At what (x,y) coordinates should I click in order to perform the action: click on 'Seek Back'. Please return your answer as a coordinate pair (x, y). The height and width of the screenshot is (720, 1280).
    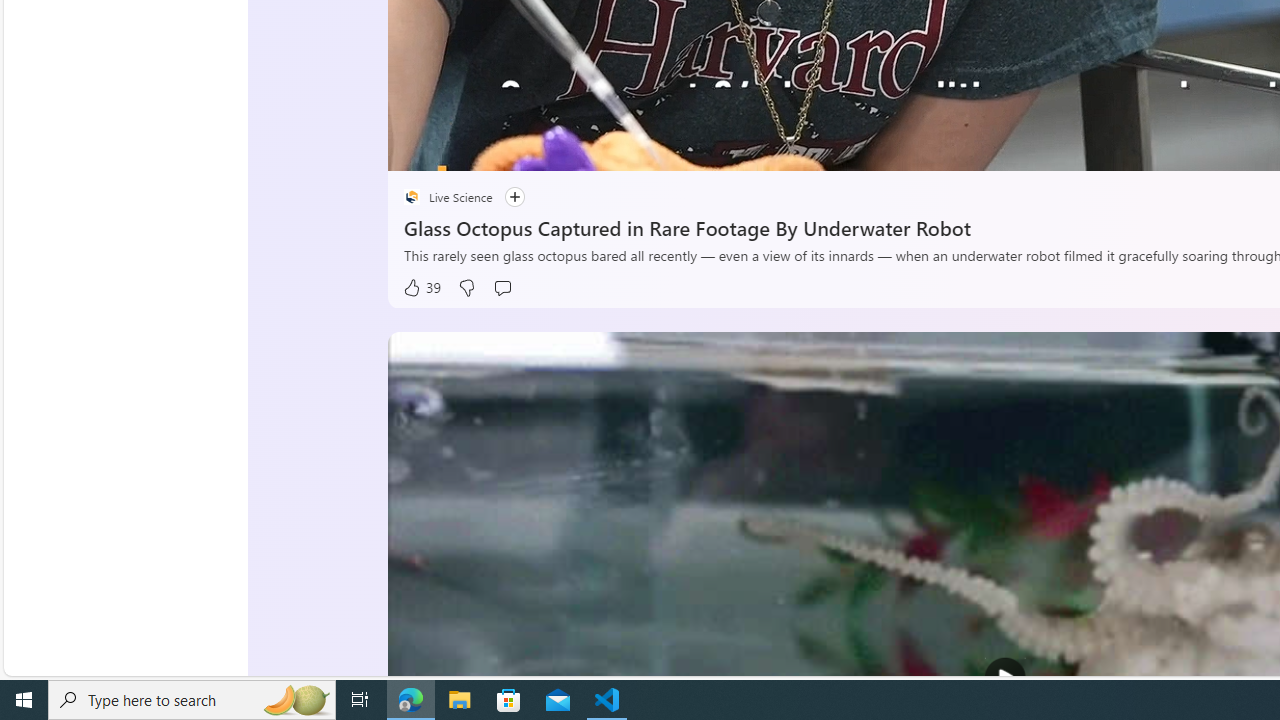
    Looking at the image, I should click on (456, 148).